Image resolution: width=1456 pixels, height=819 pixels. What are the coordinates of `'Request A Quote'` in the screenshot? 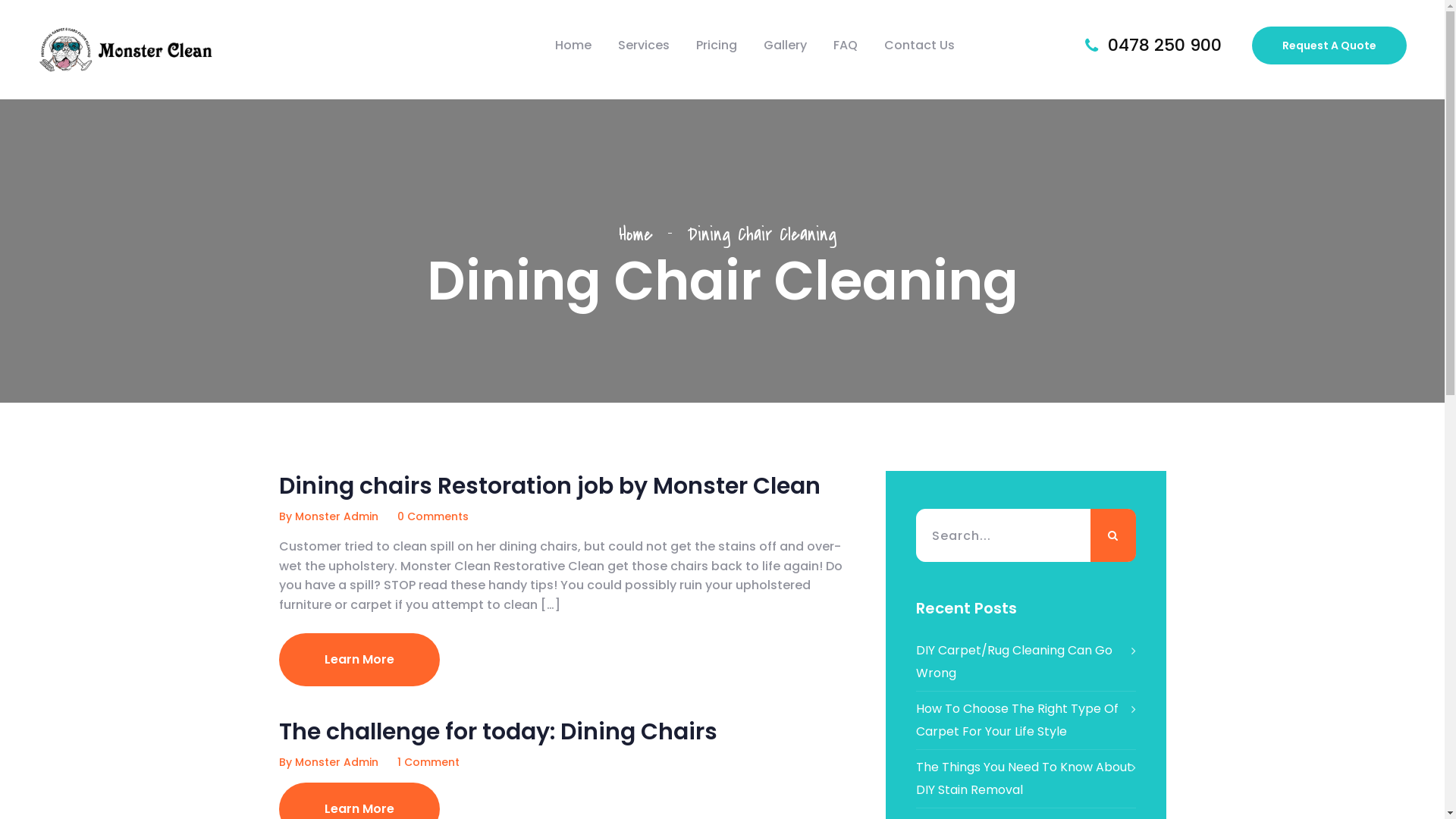 It's located at (1328, 45).